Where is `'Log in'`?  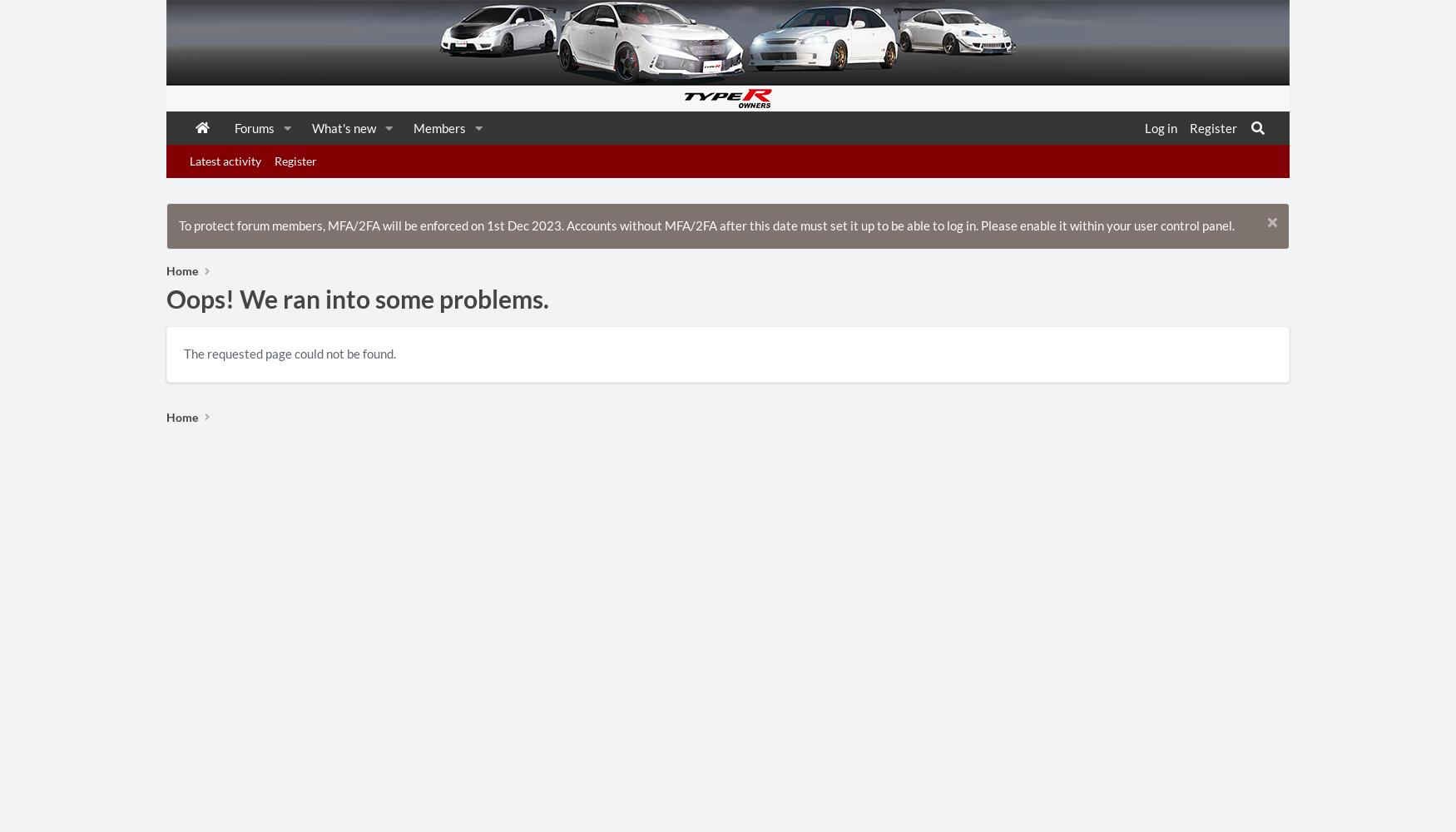 'Log in' is located at coordinates (1159, 128).